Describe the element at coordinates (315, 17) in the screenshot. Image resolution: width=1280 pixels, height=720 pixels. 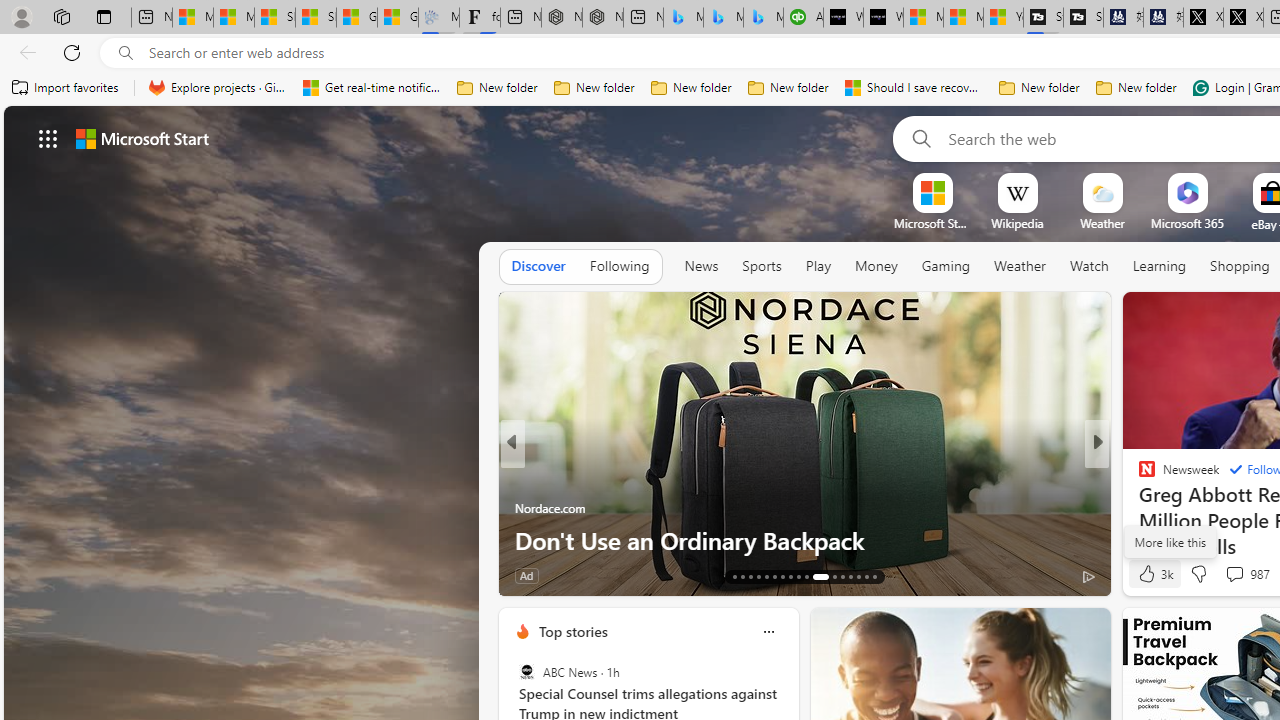
I see `'Shanghai, China weather forecast | Microsoft Weather'` at that location.